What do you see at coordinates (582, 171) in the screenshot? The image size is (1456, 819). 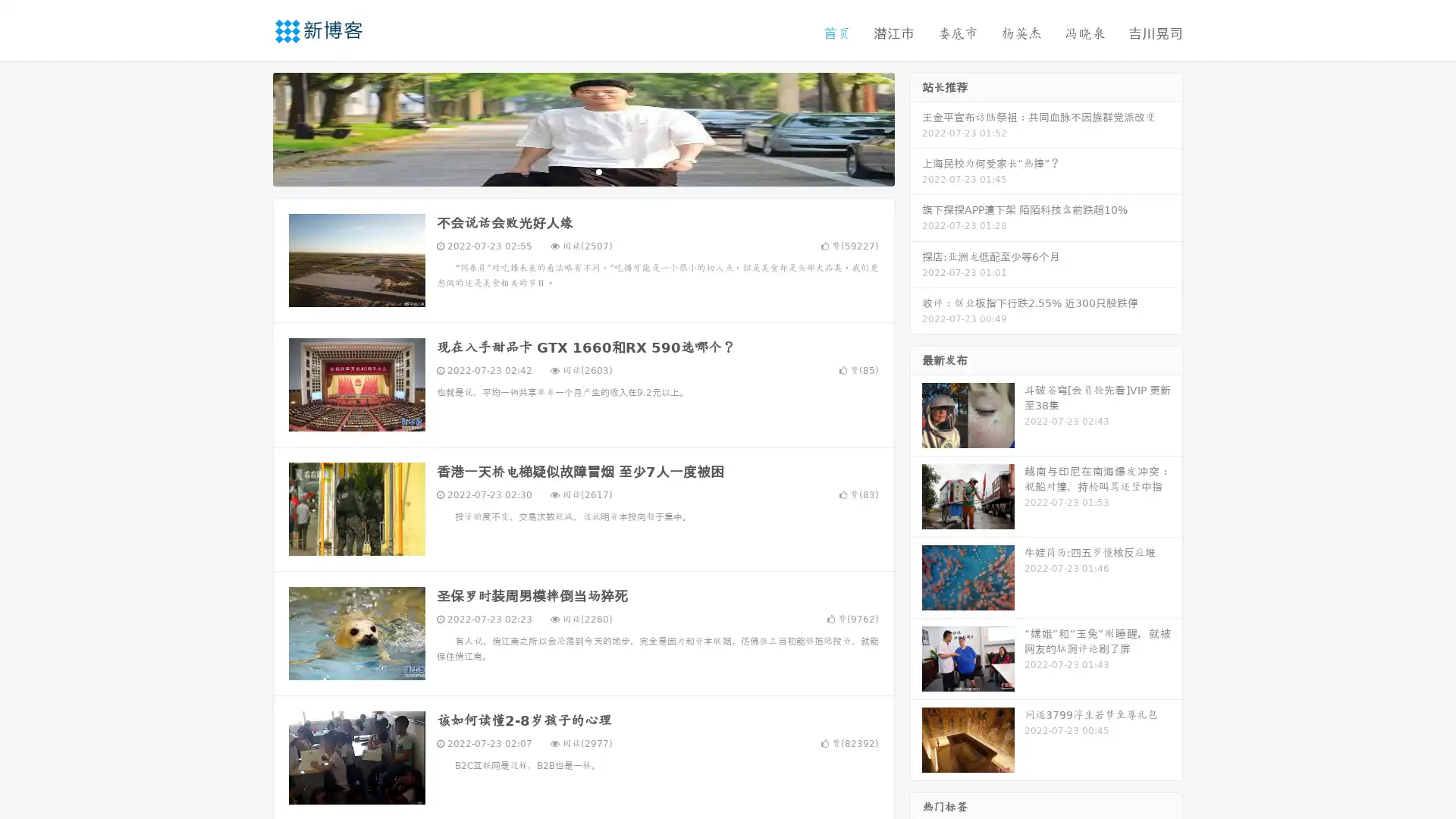 I see `Go to slide 2` at bounding box center [582, 171].